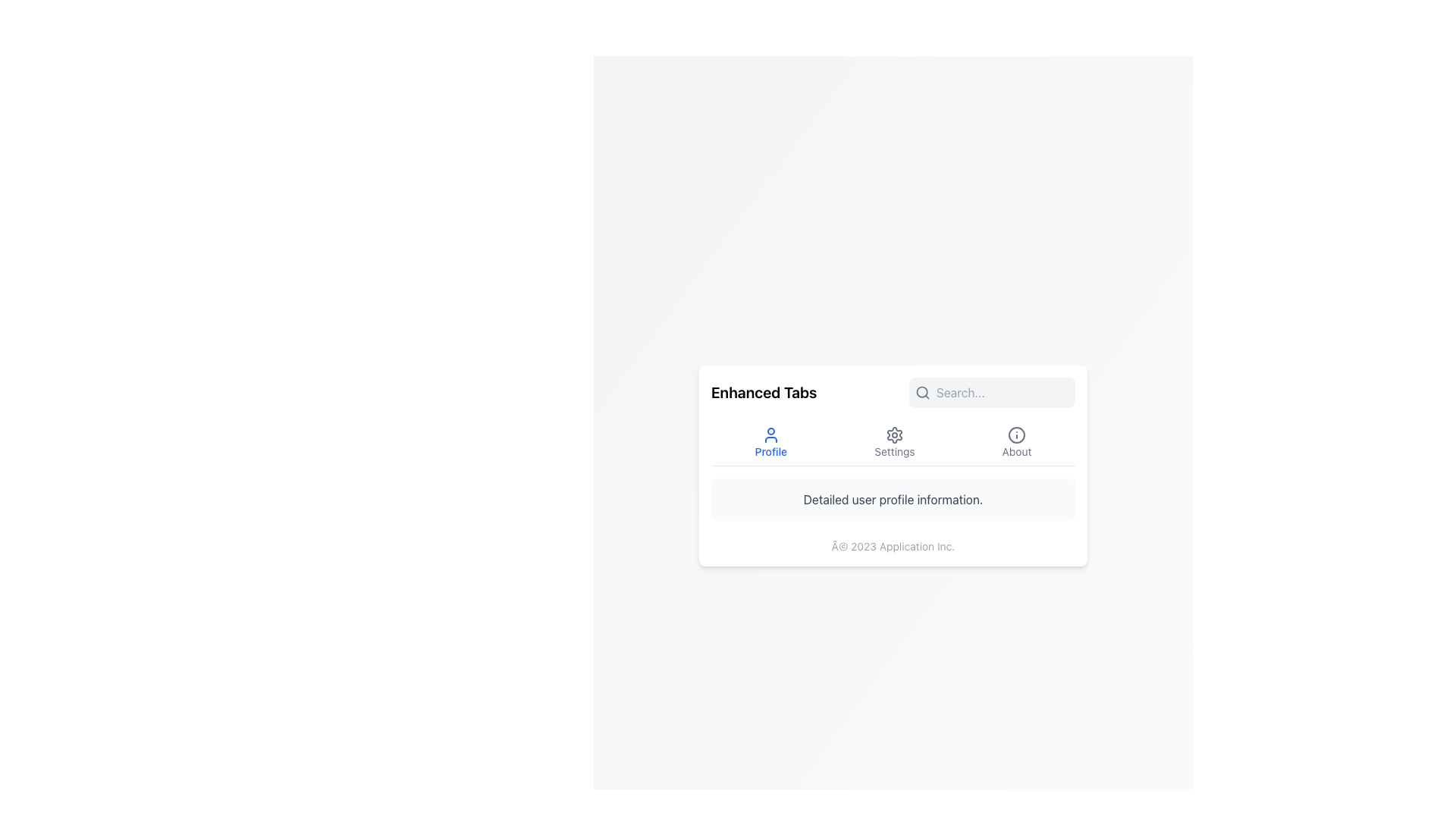  I want to click on the descriptive Text block that provides information about user profiles, located centrally under the navigation options and above the footer text, so click(893, 499).